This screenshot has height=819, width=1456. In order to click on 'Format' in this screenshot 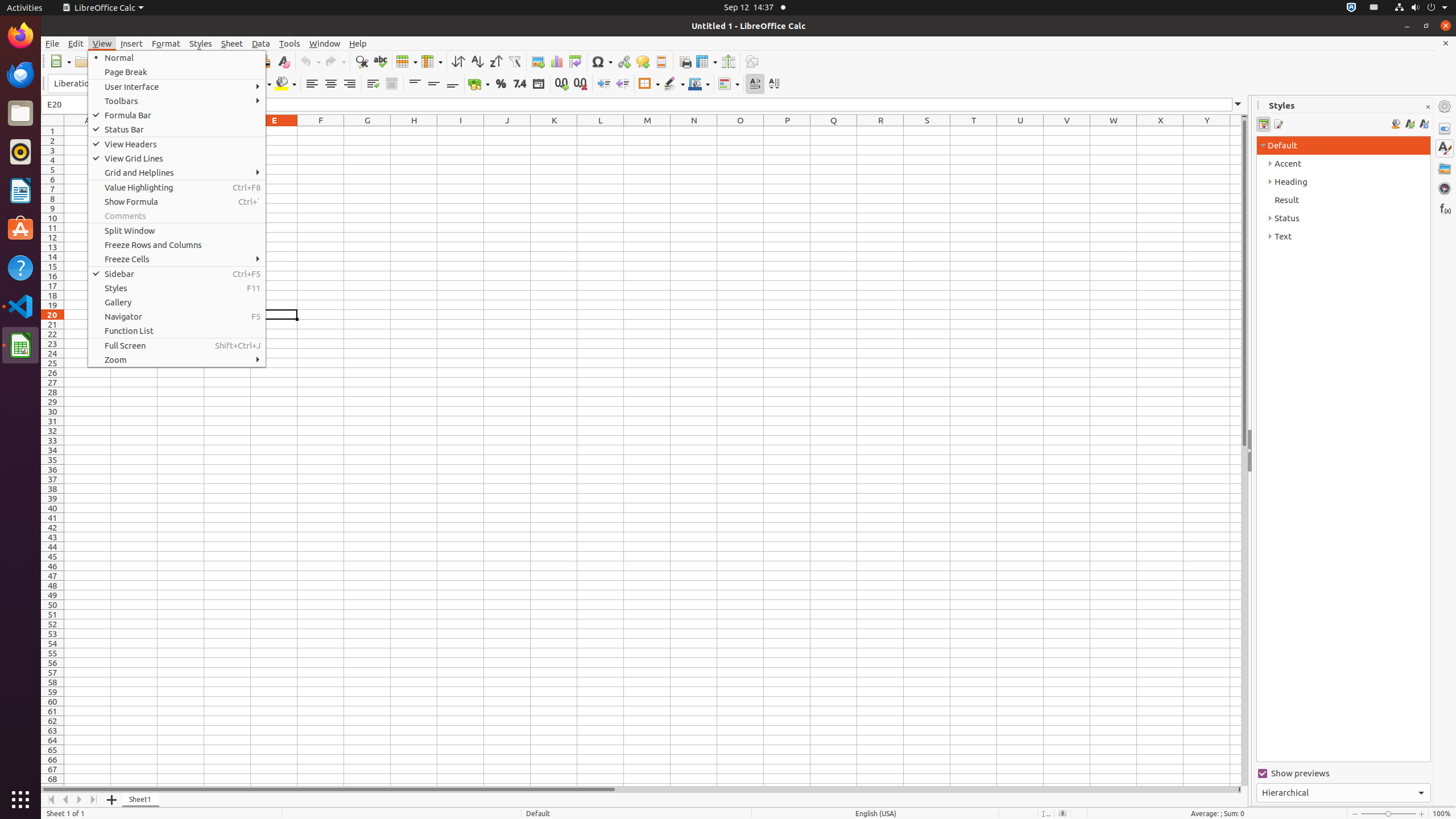, I will do `click(166, 43)`.